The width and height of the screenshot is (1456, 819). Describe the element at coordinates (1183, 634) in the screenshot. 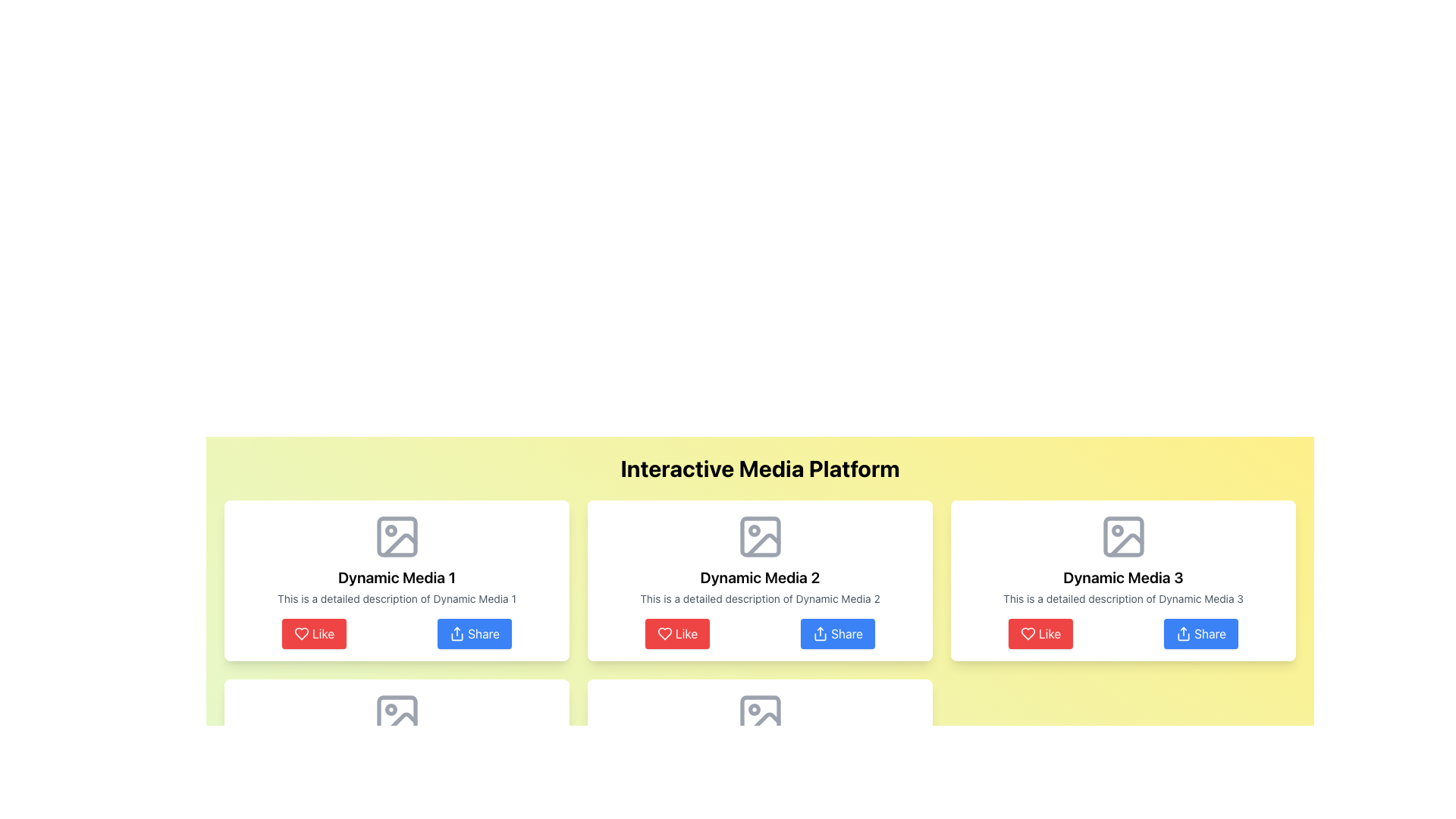

I see `the 'Share' button icon located in the third card titled 'Dynamic Media 3'` at that location.